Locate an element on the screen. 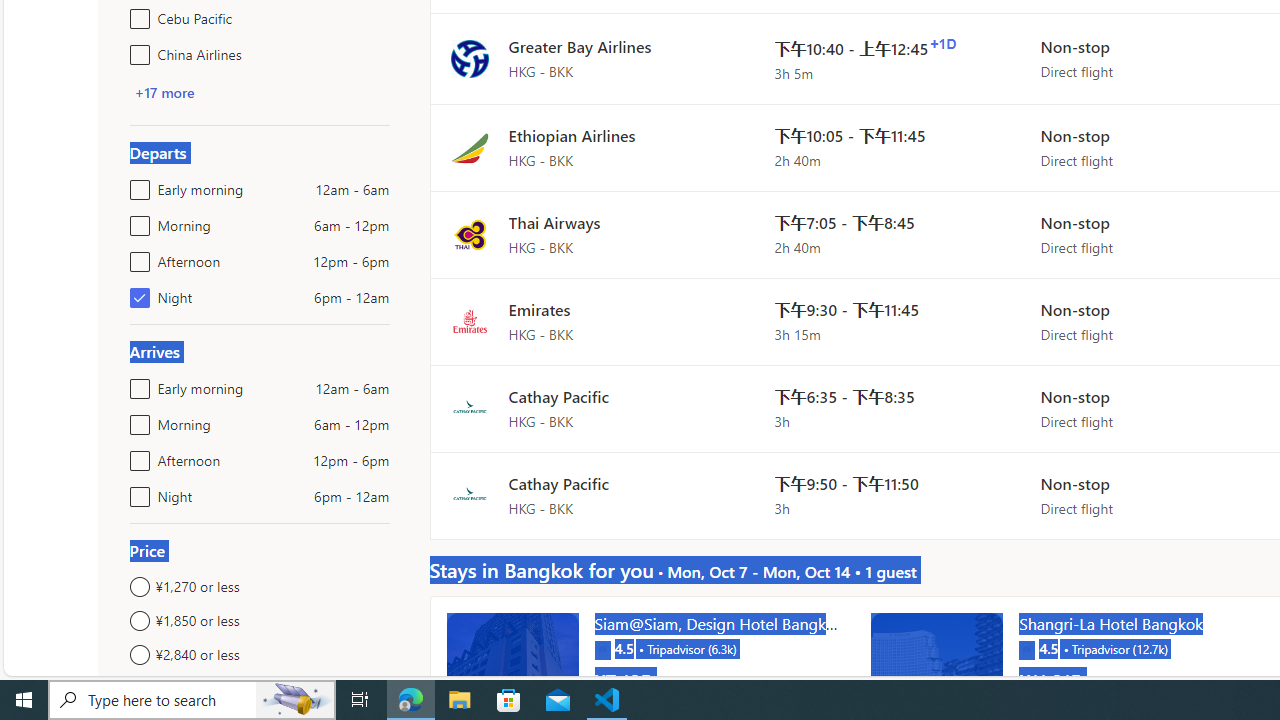  '+17 more' is located at coordinates (164, 92).